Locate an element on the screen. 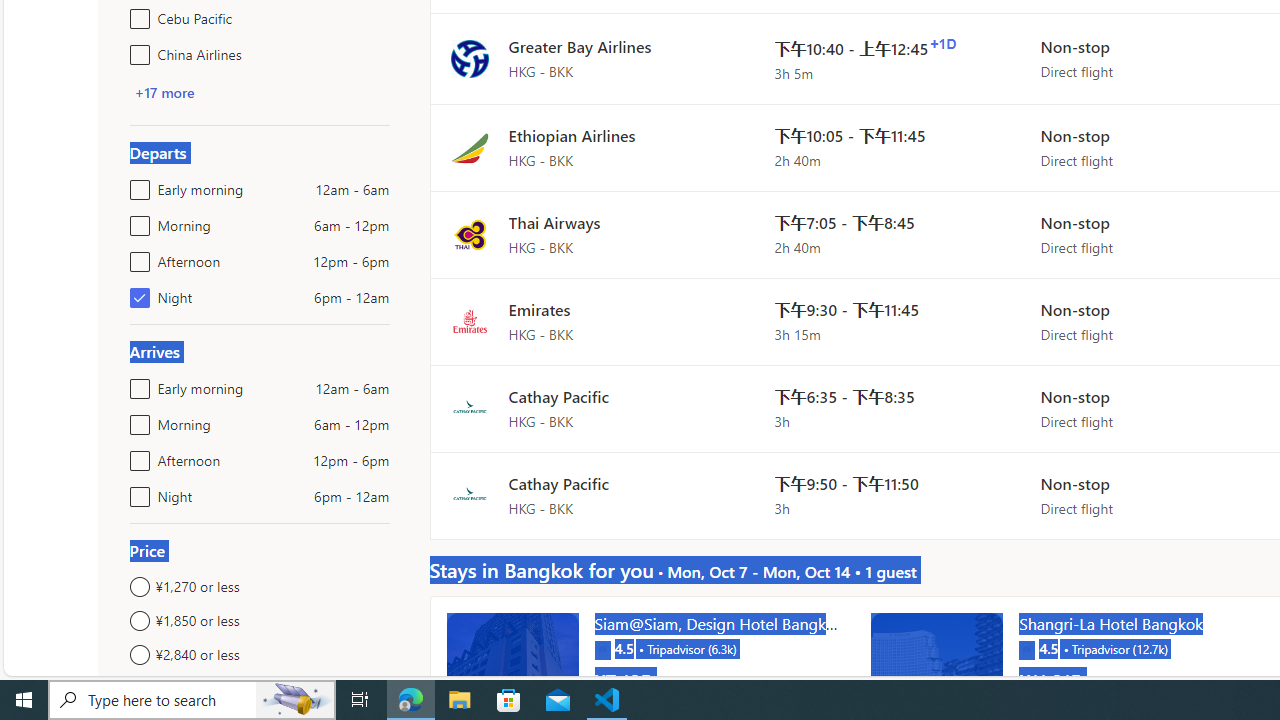  '+17 more' is located at coordinates (164, 92).